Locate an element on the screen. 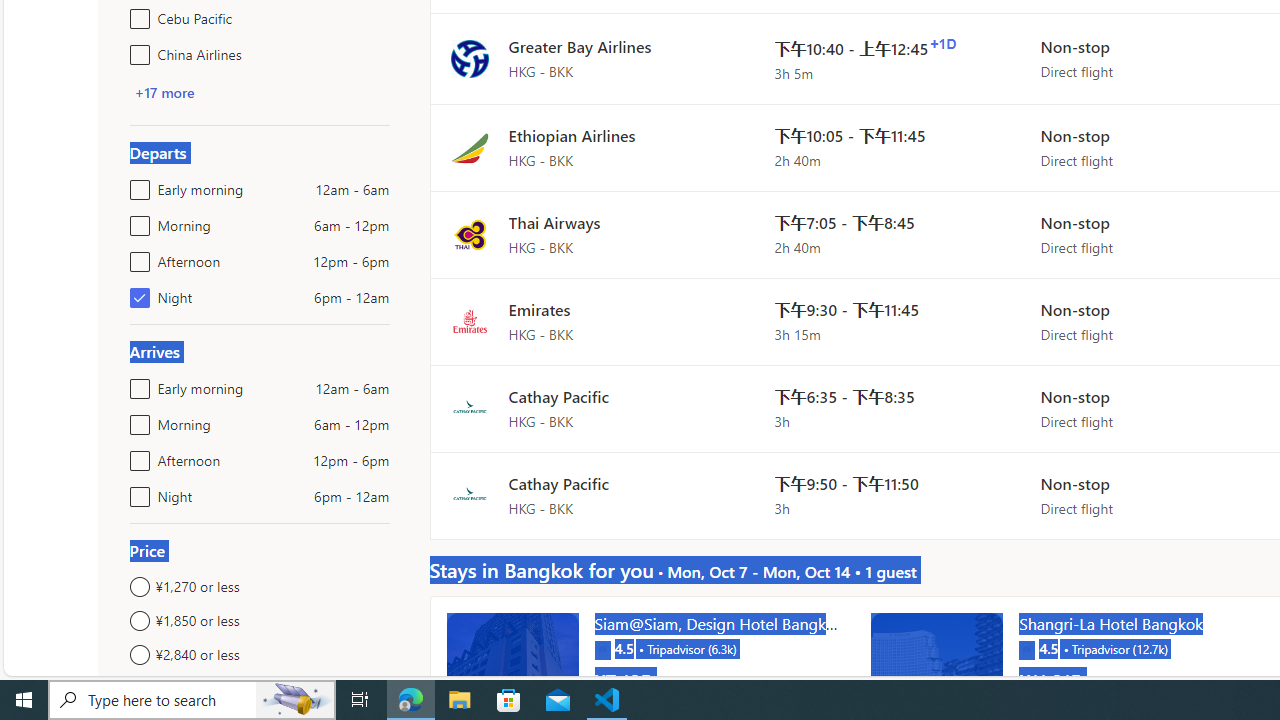  '+17 more' is located at coordinates (164, 92).